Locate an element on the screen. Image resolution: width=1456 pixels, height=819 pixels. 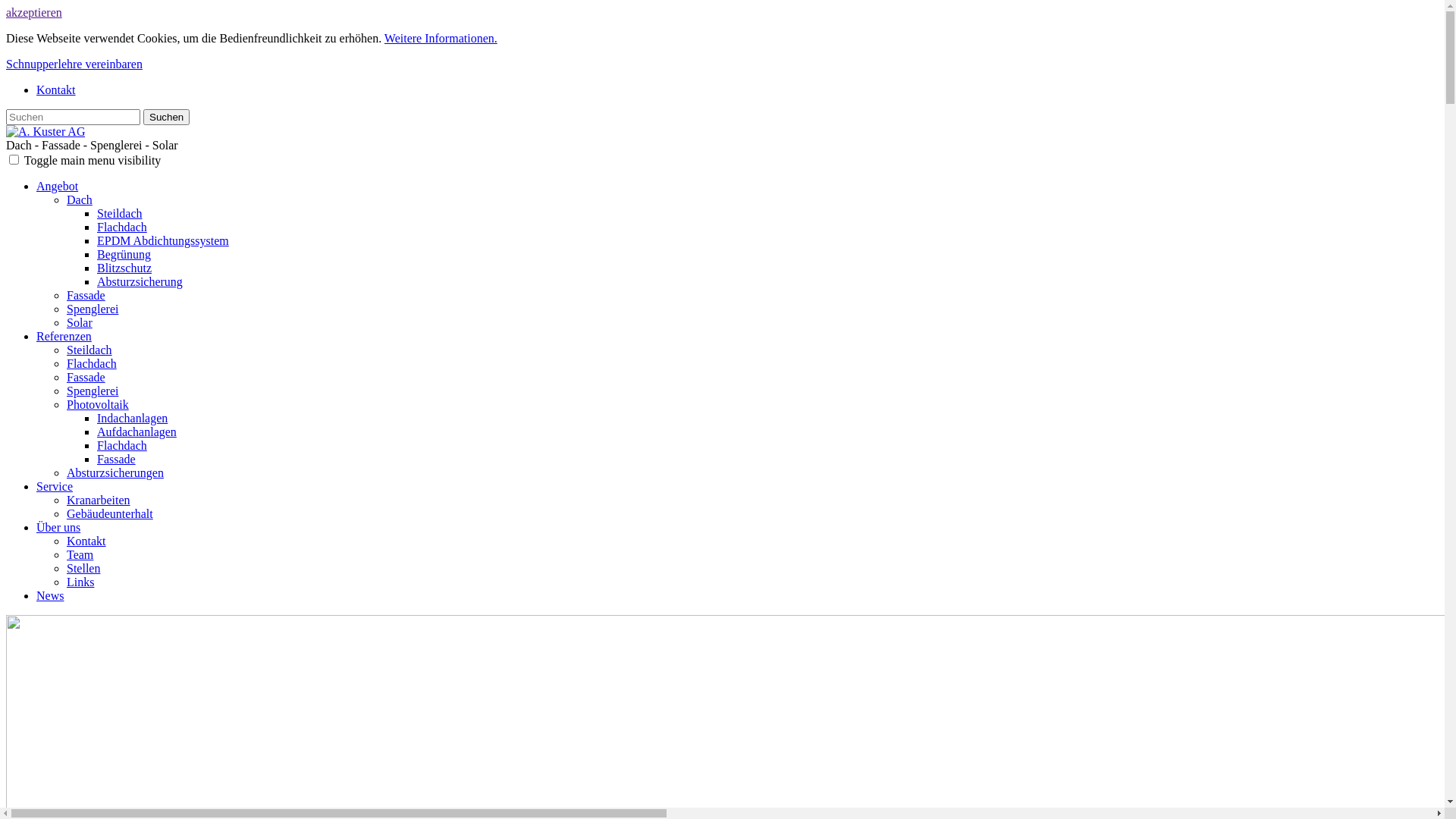
'Links' is located at coordinates (79, 581).